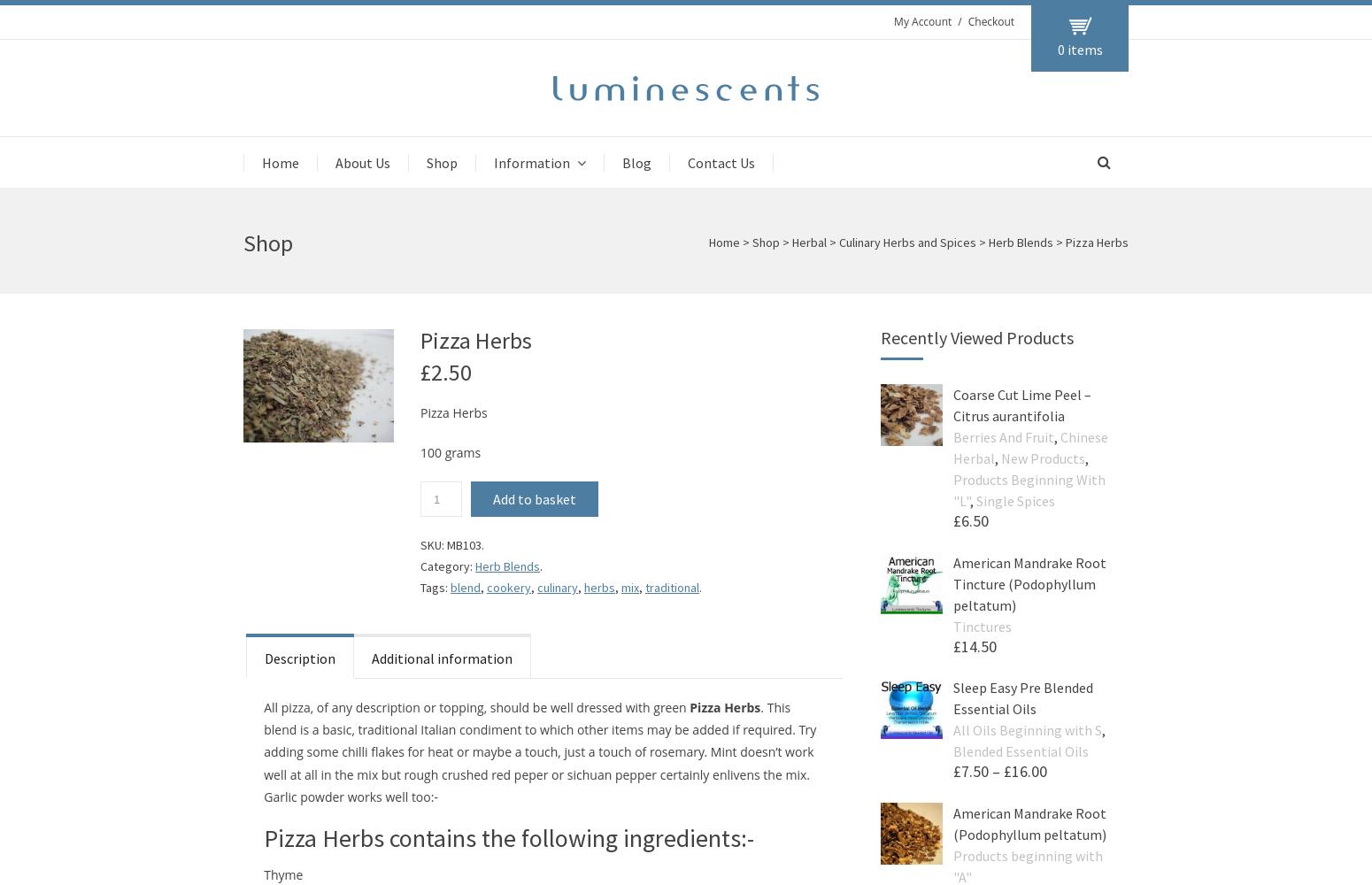  I want to click on 'All Oils Beginning with S', so click(1026, 729).